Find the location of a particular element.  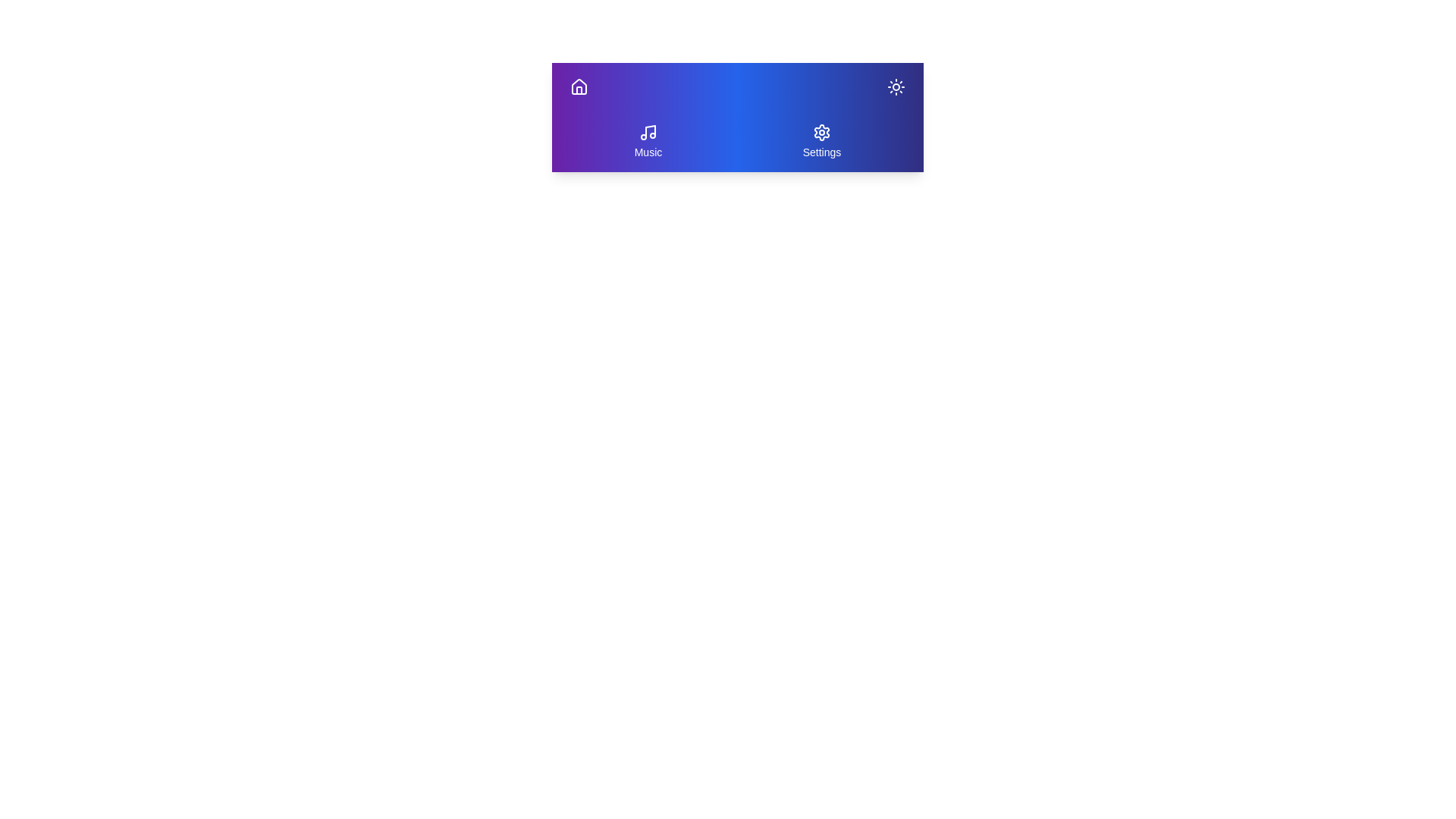

Home button to navigate to the home section is located at coordinates (578, 87).